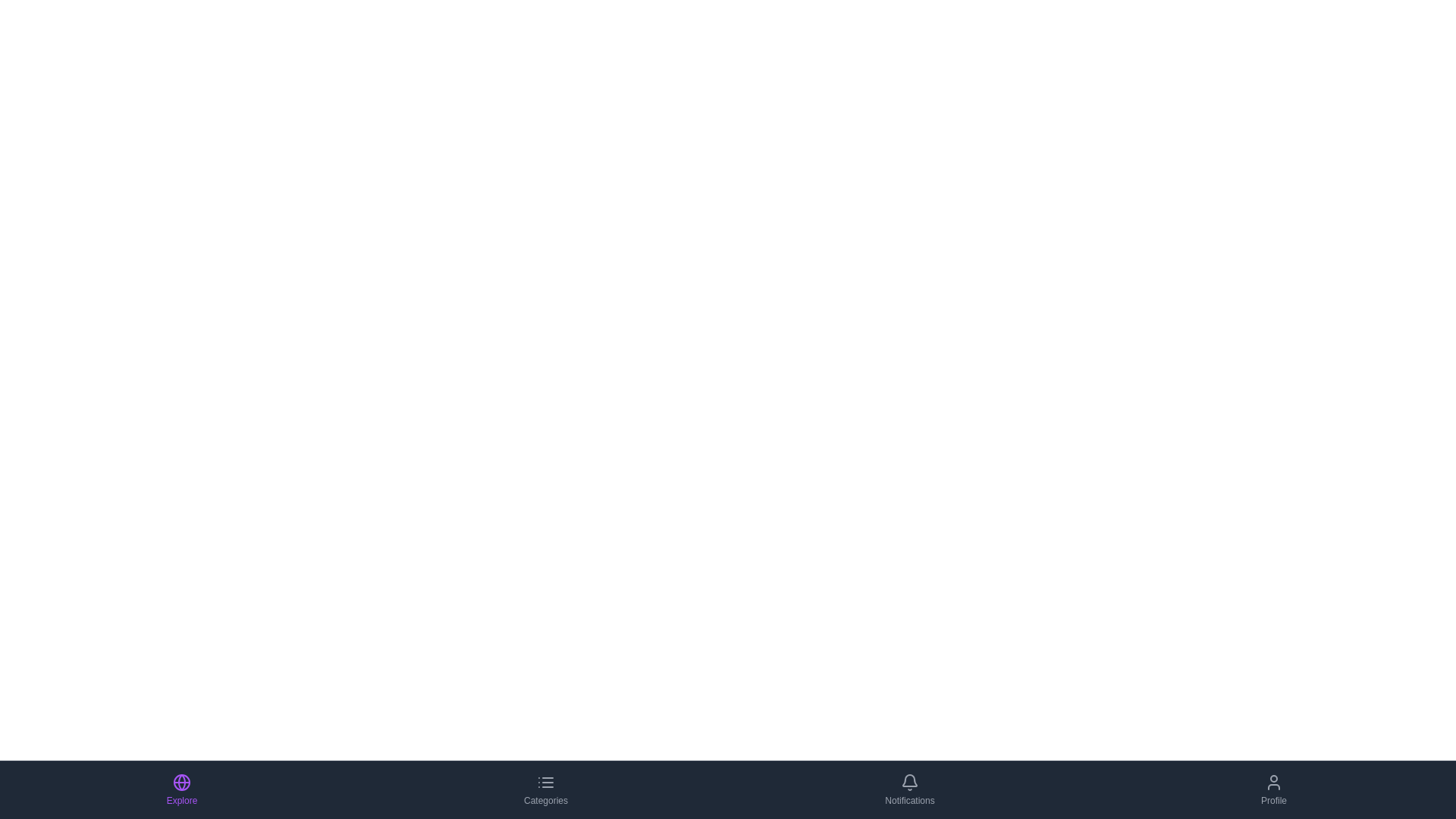 The image size is (1456, 819). What do you see at coordinates (182, 783) in the screenshot?
I see `the Vector Graphic Element (Circle) representing a part of the graphical globe icon located in the bottom-left corner of the navigation bar` at bounding box center [182, 783].